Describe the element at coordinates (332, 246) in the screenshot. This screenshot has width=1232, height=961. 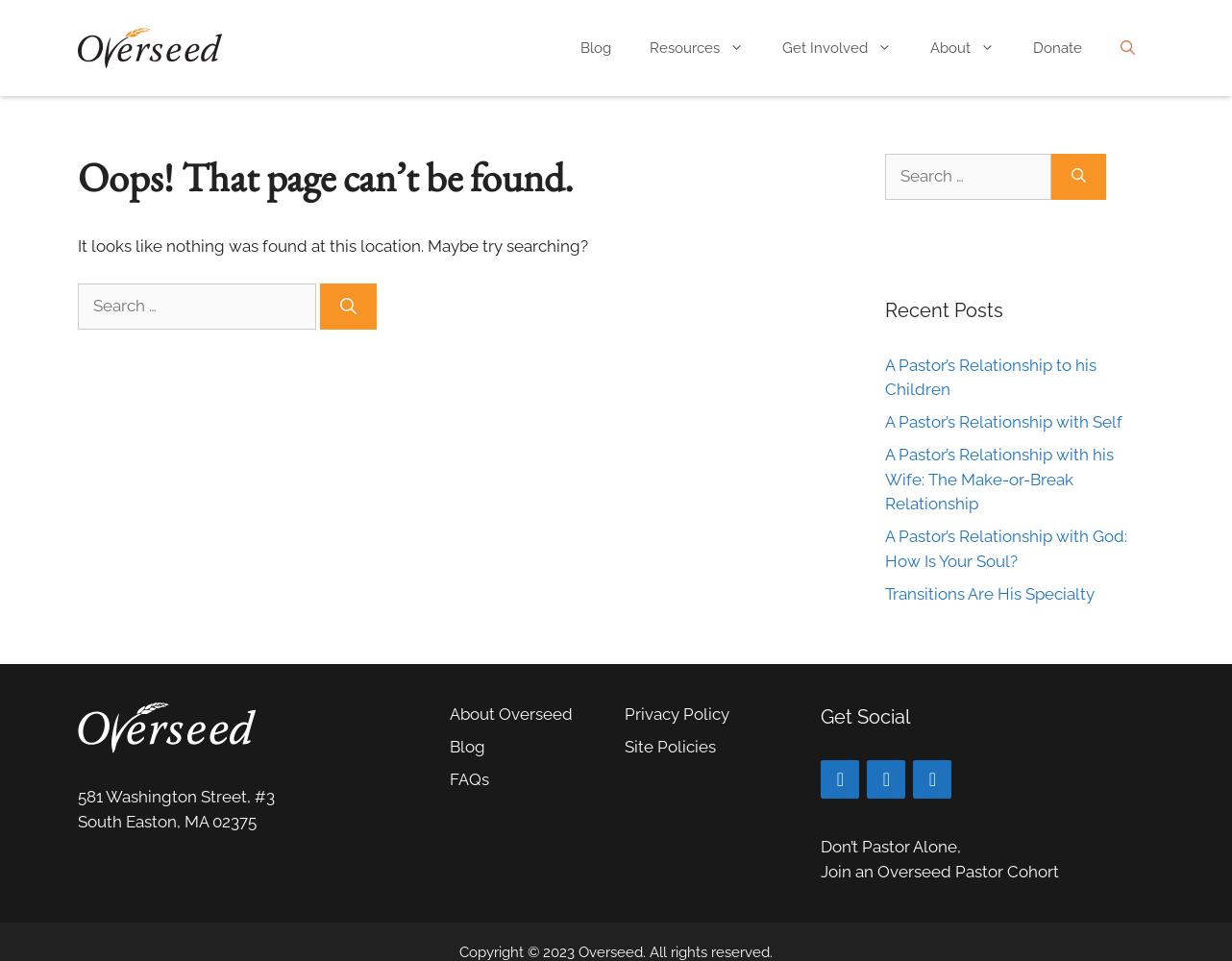
I see `'It looks like nothing was found at this location. Maybe try searching?'` at that location.